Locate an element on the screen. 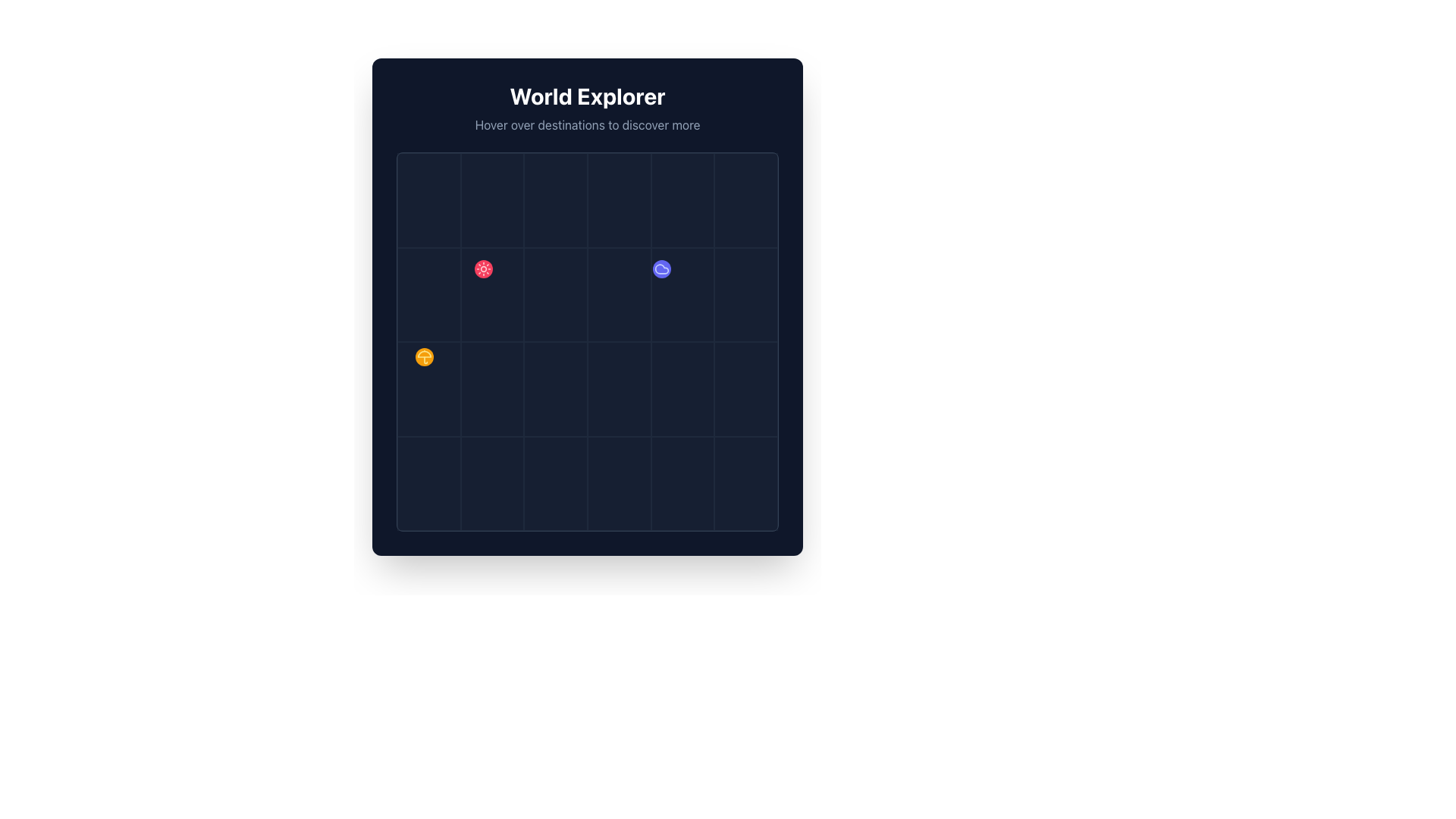 This screenshot has width=1456, height=819. the grid cell located in the third row and fifth column to interact with it is located at coordinates (682, 388).